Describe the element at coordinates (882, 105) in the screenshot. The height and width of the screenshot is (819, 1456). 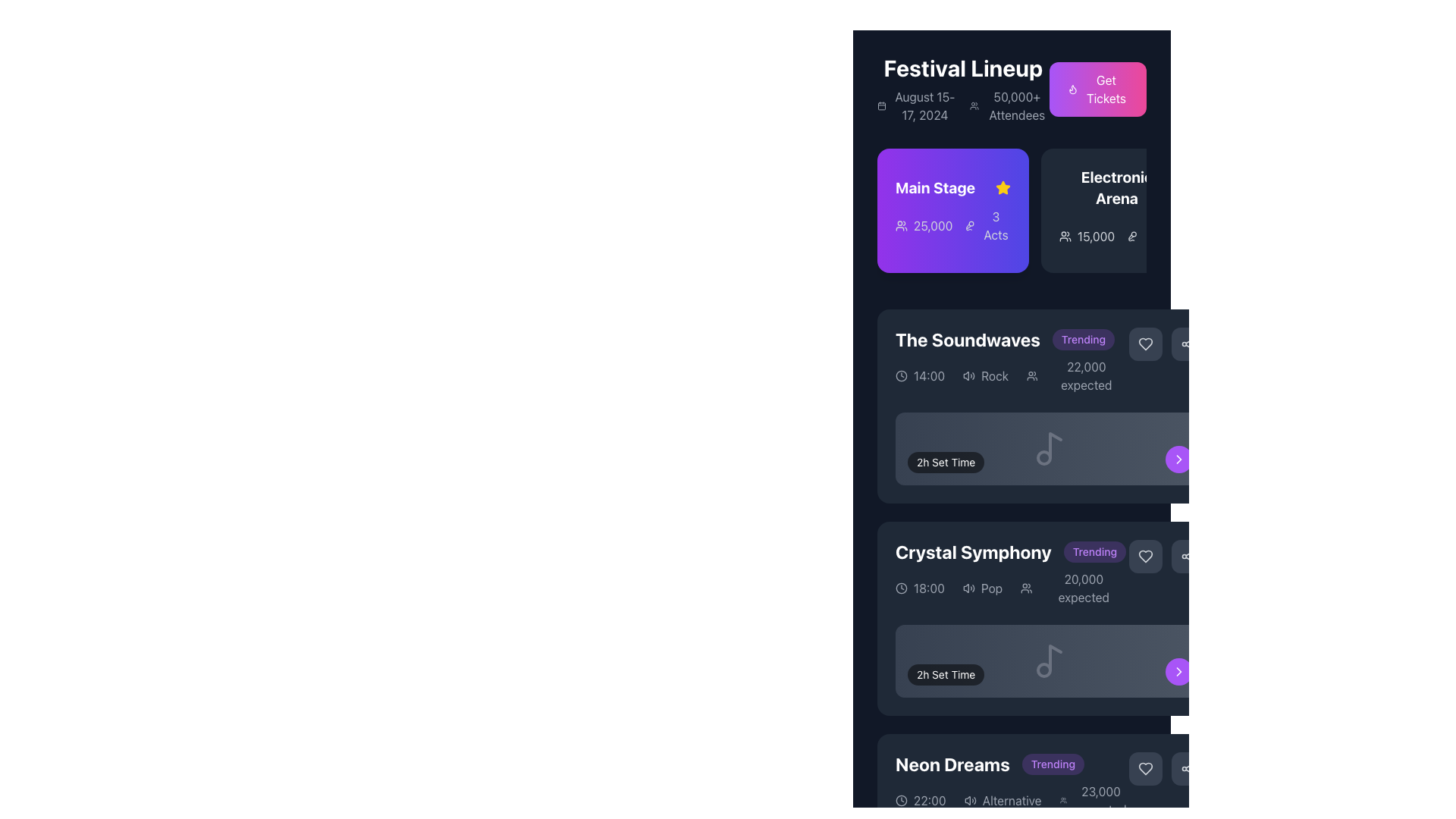
I see `the SVG rectangle with rounded corners, styled as part of a calendar icon located next to the date 'August 15-17, 2024', in the top left section of the interface near the 'Festival Lineup' header` at that location.